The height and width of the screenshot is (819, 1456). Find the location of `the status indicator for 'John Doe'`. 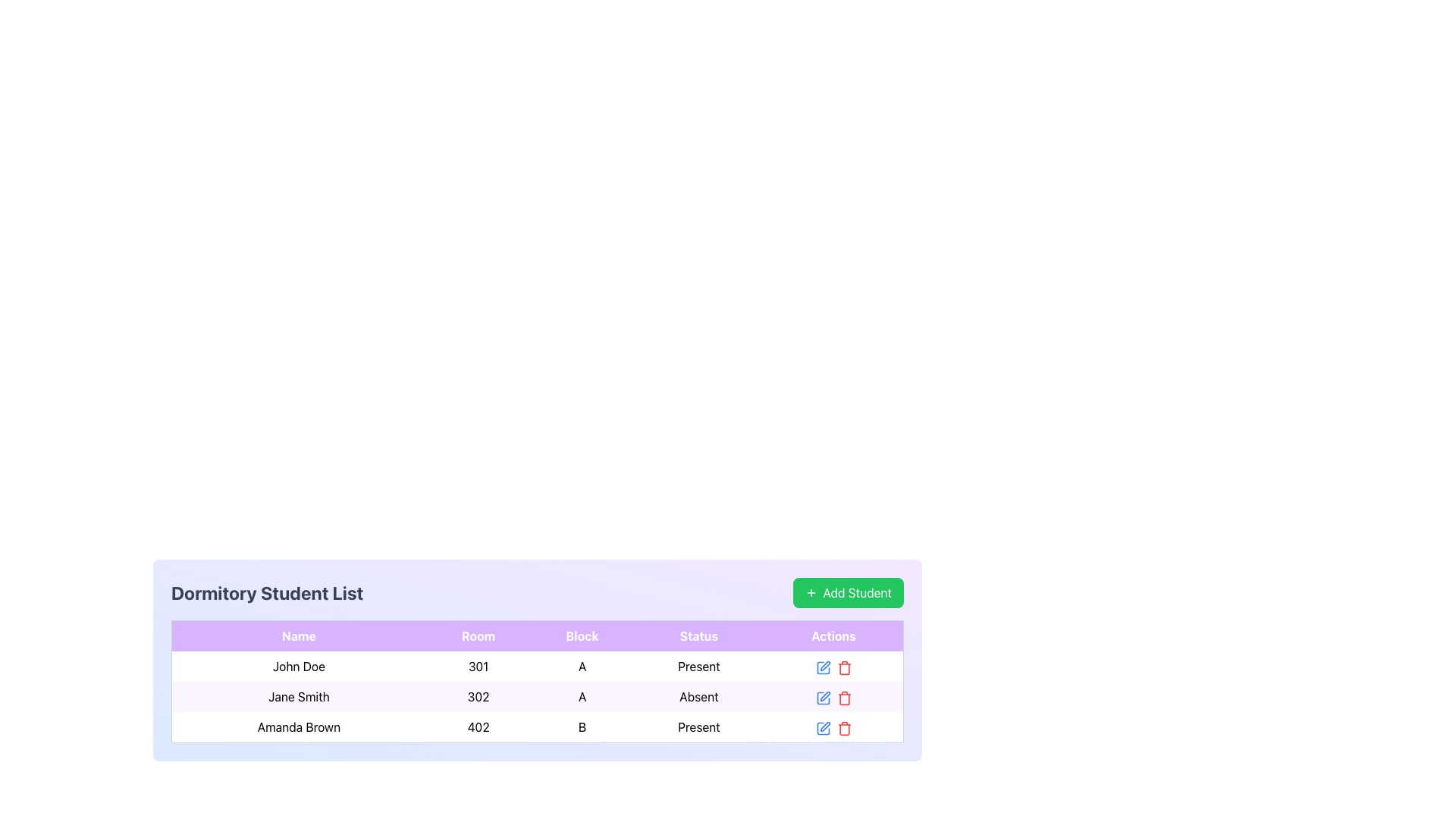

the status indicator for 'John Doe' is located at coordinates (698, 666).